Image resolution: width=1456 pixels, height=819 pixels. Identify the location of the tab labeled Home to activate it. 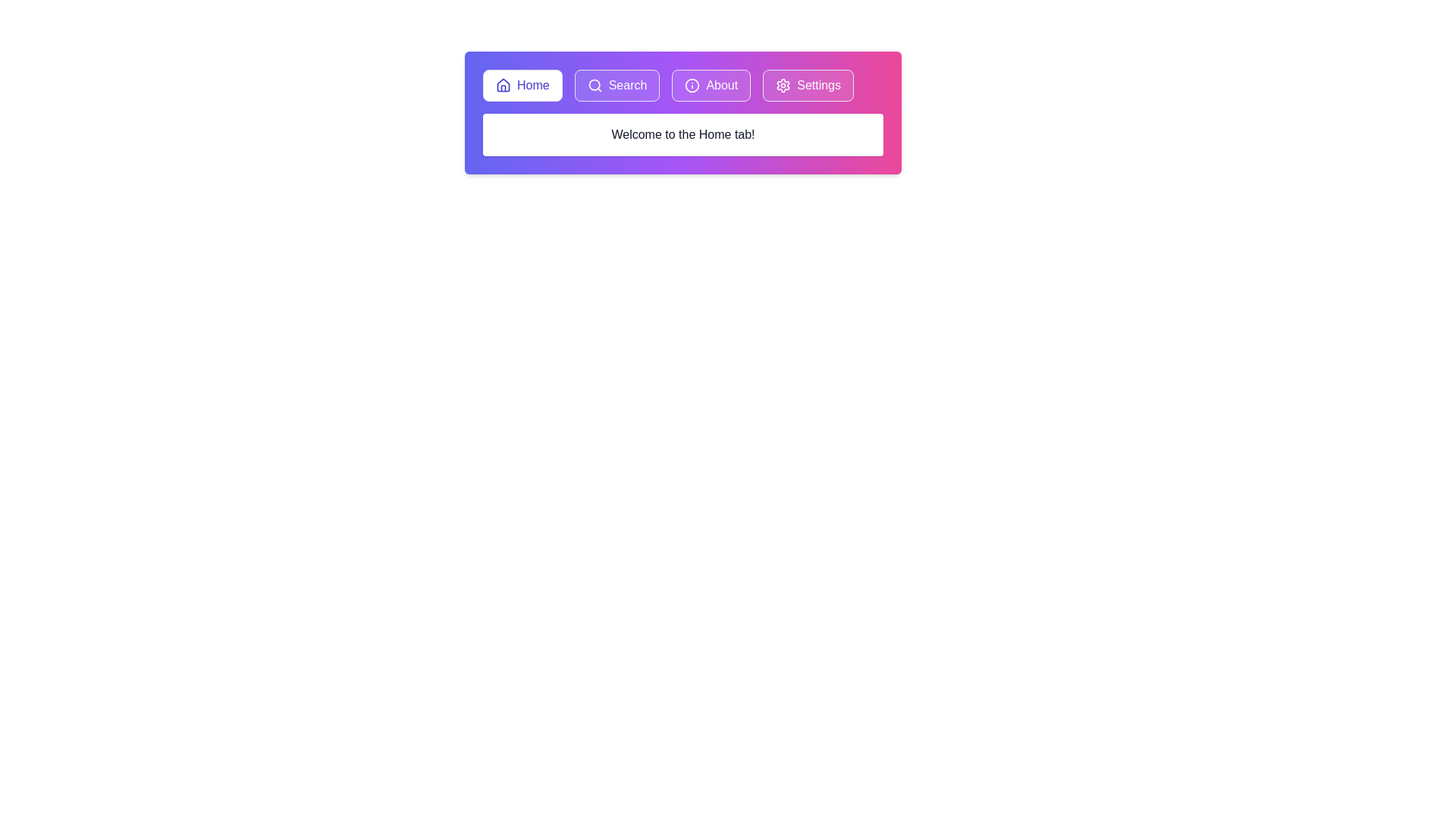
(522, 85).